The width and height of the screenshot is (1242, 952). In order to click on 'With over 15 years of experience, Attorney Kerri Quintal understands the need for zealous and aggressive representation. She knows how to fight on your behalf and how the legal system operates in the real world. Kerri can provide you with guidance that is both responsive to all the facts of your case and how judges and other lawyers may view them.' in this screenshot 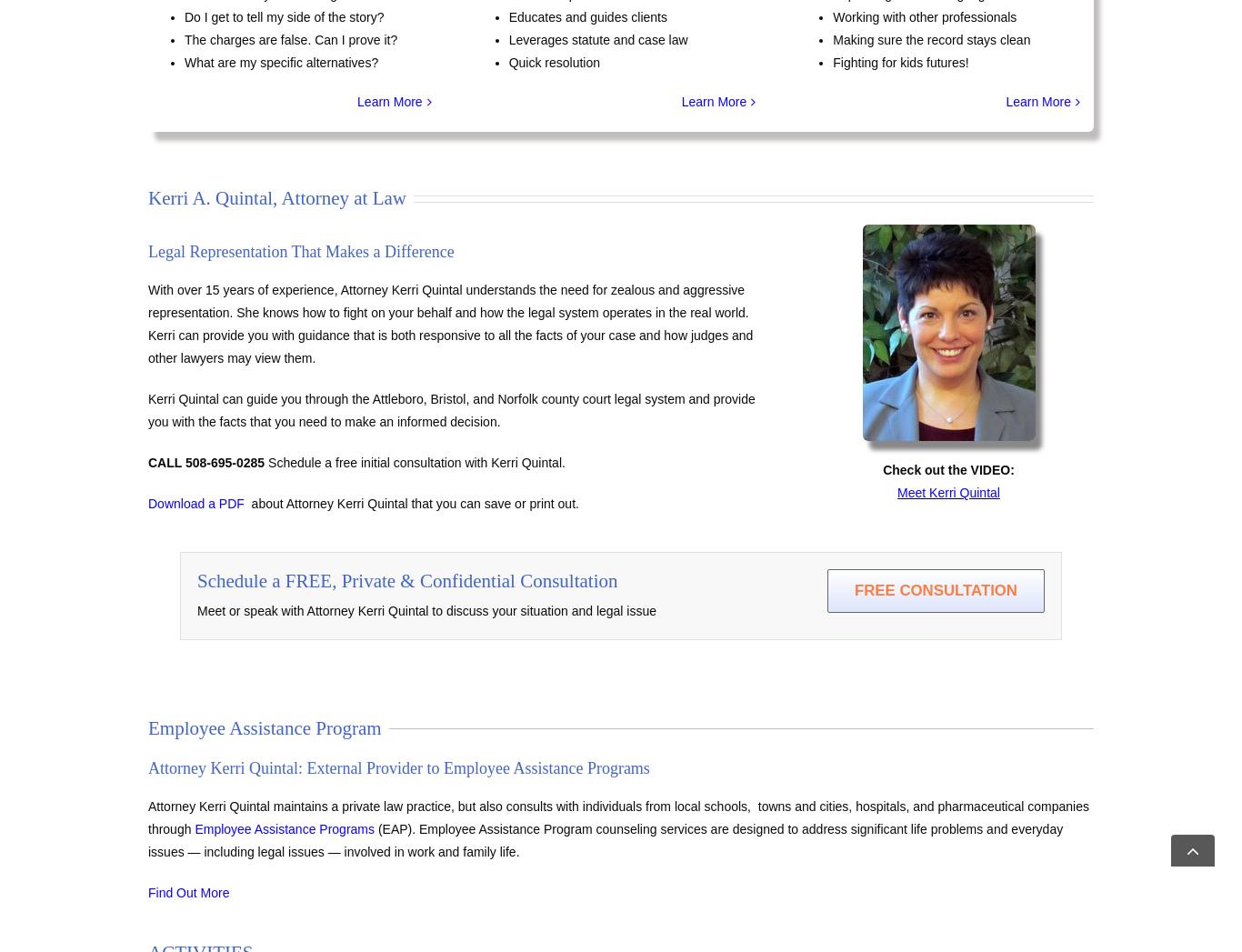, I will do `click(450, 324)`.